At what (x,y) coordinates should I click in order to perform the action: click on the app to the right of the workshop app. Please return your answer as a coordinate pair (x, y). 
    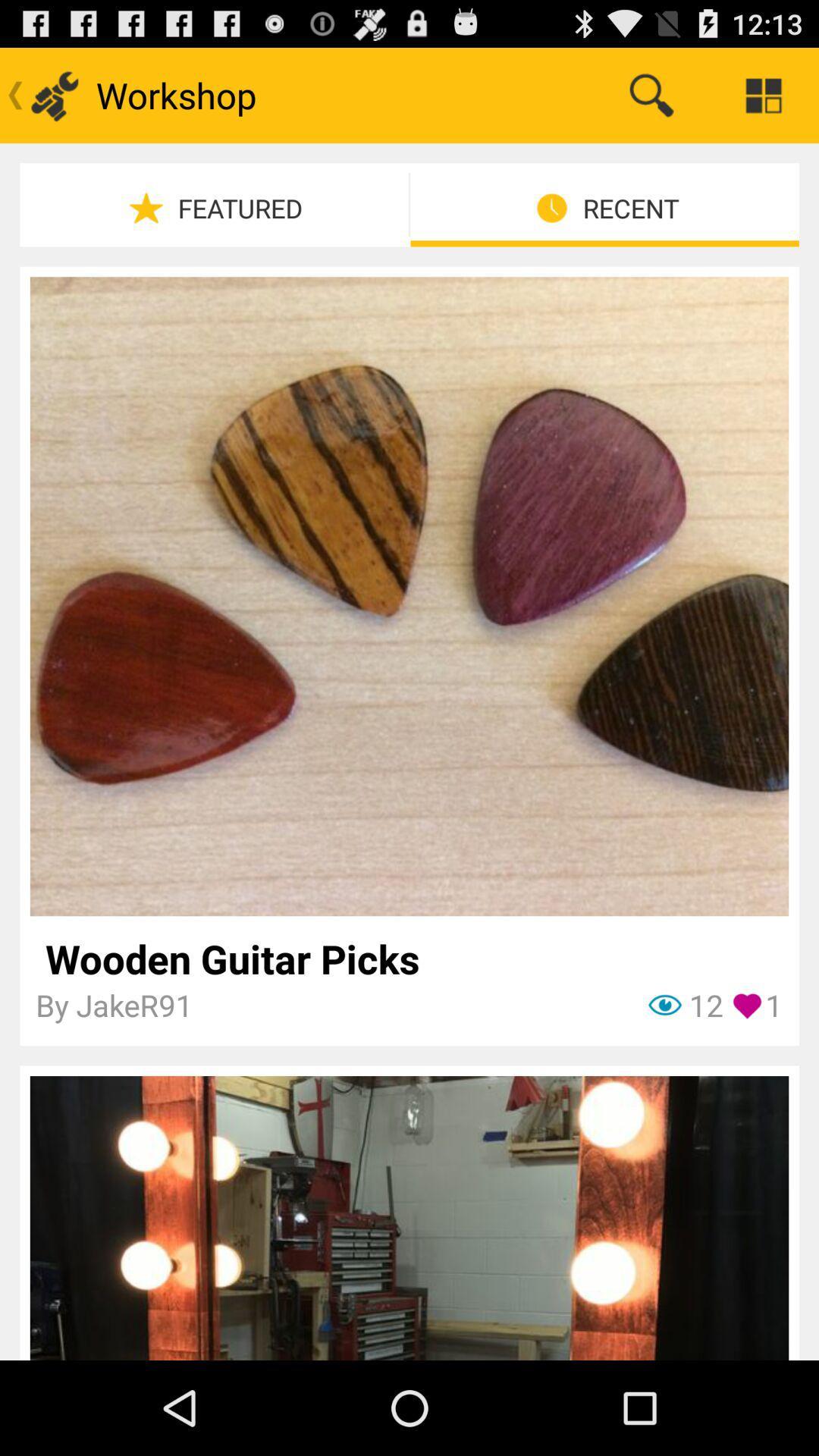
    Looking at the image, I should click on (651, 94).